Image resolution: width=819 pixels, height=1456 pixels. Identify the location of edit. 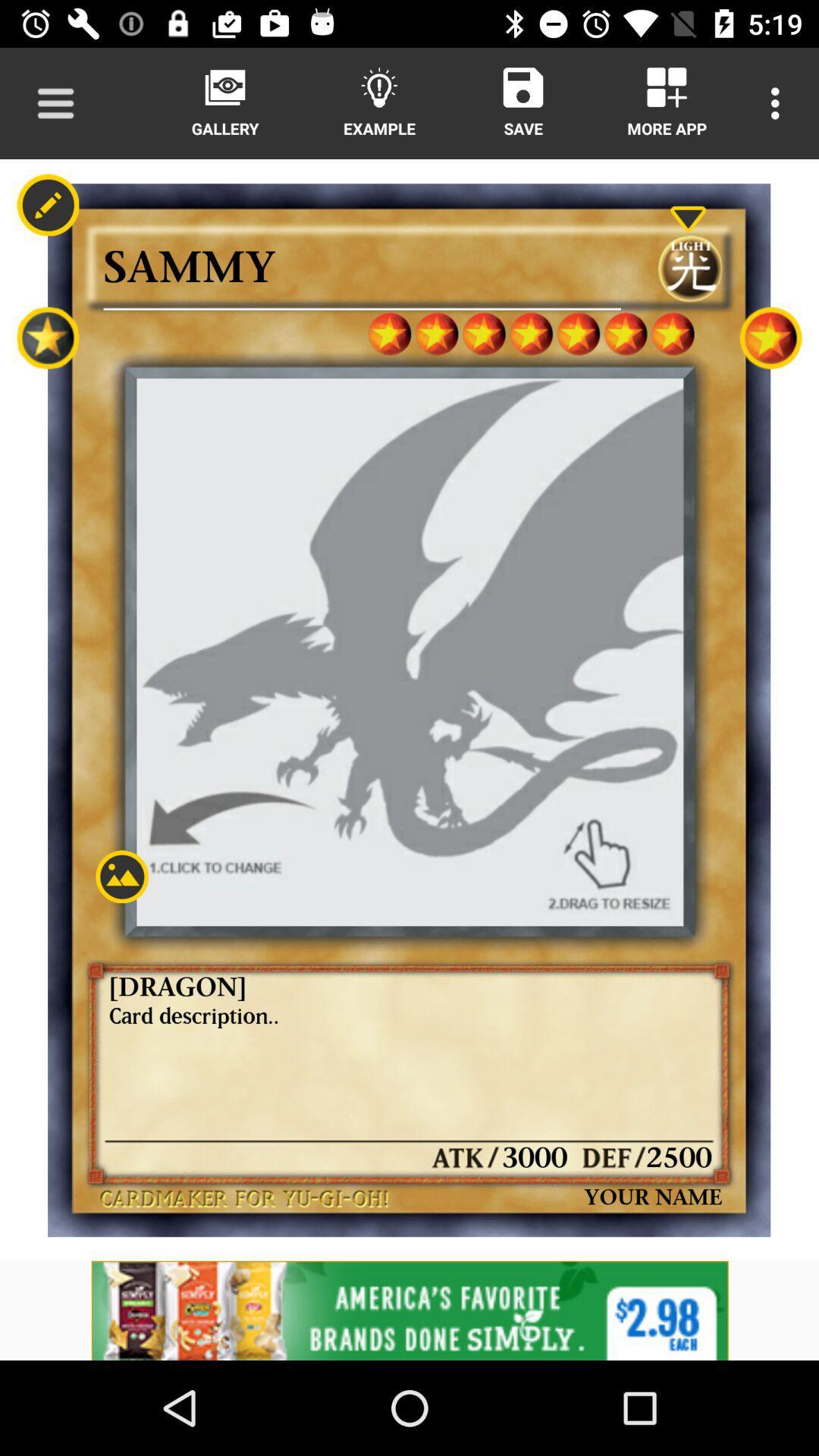
(47, 204).